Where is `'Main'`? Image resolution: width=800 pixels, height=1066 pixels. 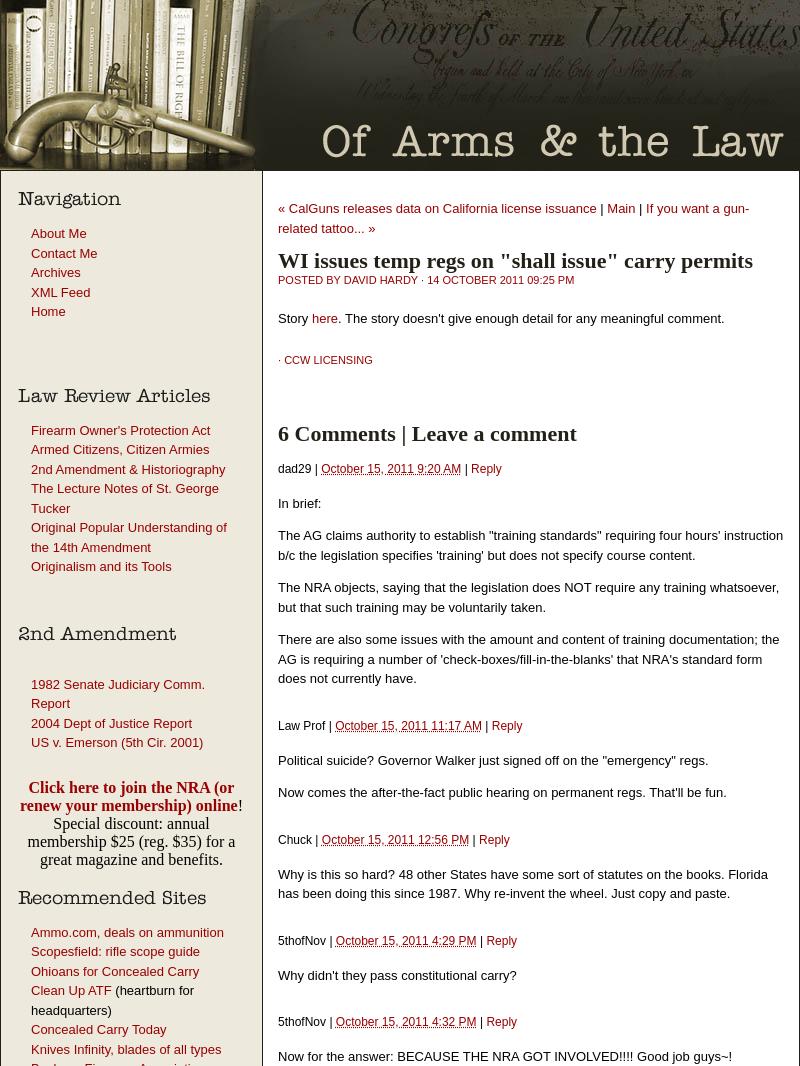 'Main' is located at coordinates (607, 207).